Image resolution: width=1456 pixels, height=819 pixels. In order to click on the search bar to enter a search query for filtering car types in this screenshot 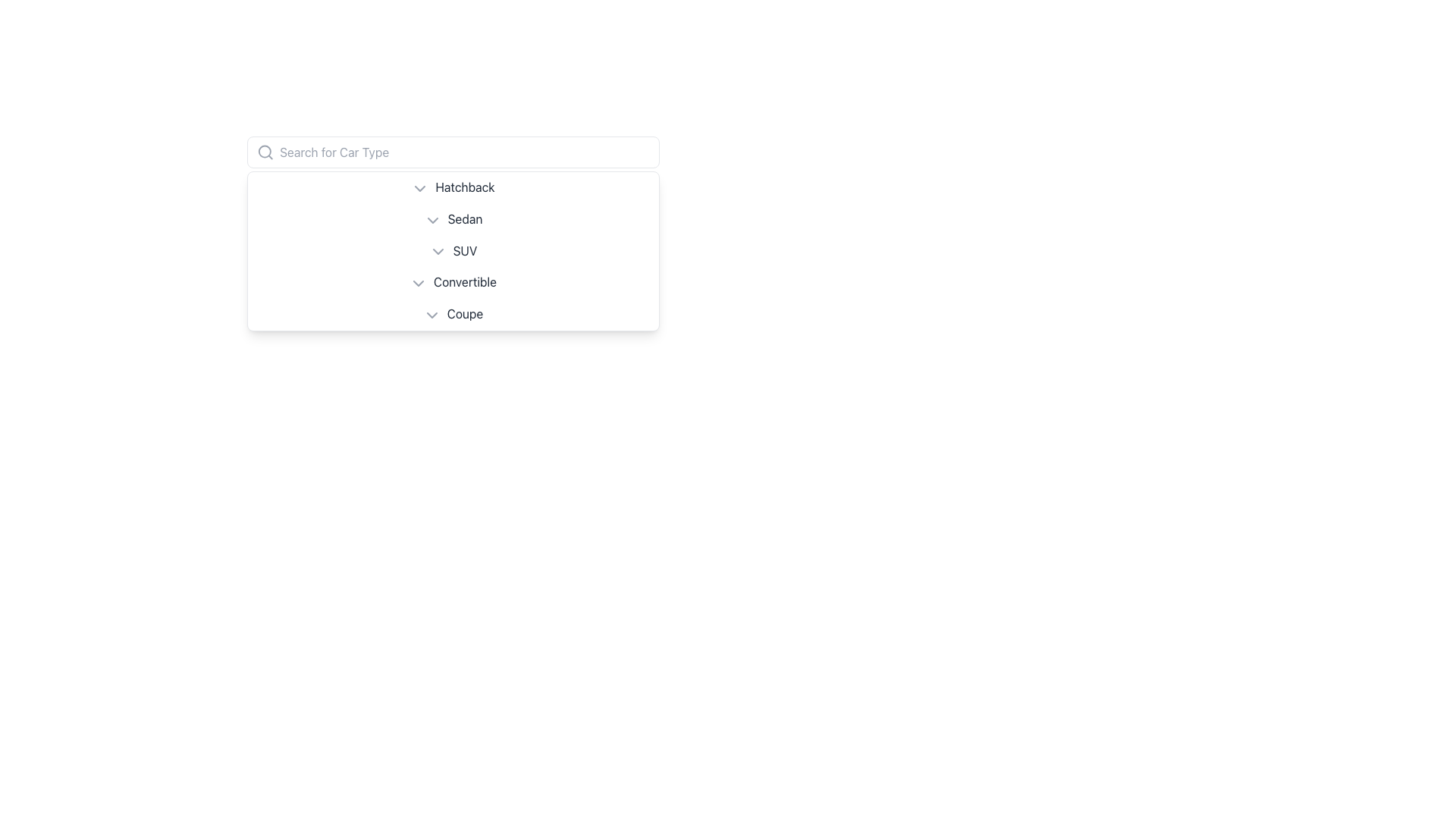, I will do `click(452, 152)`.